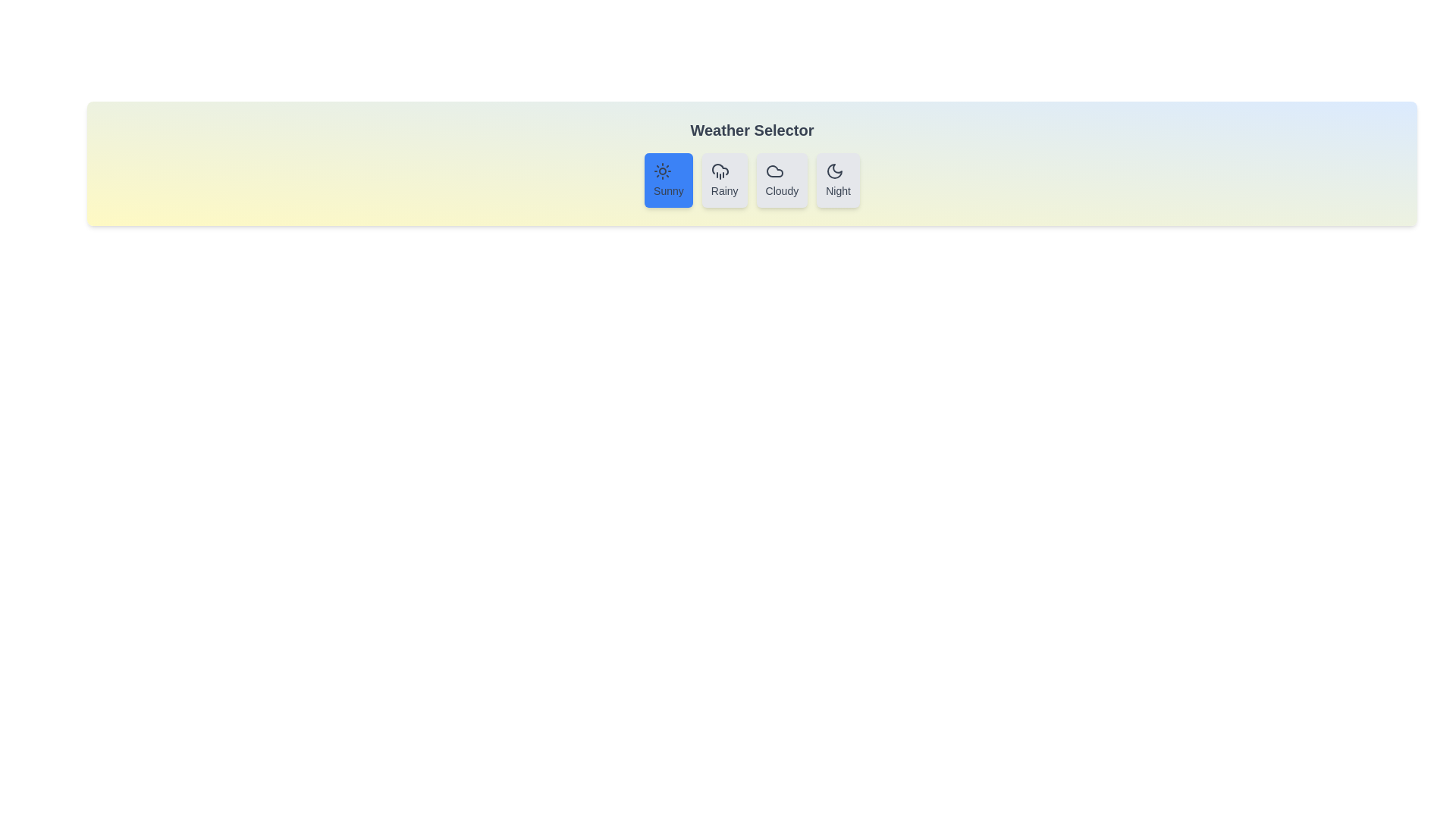  I want to click on the button corresponding to the weather option Cloudy, so click(782, 180).